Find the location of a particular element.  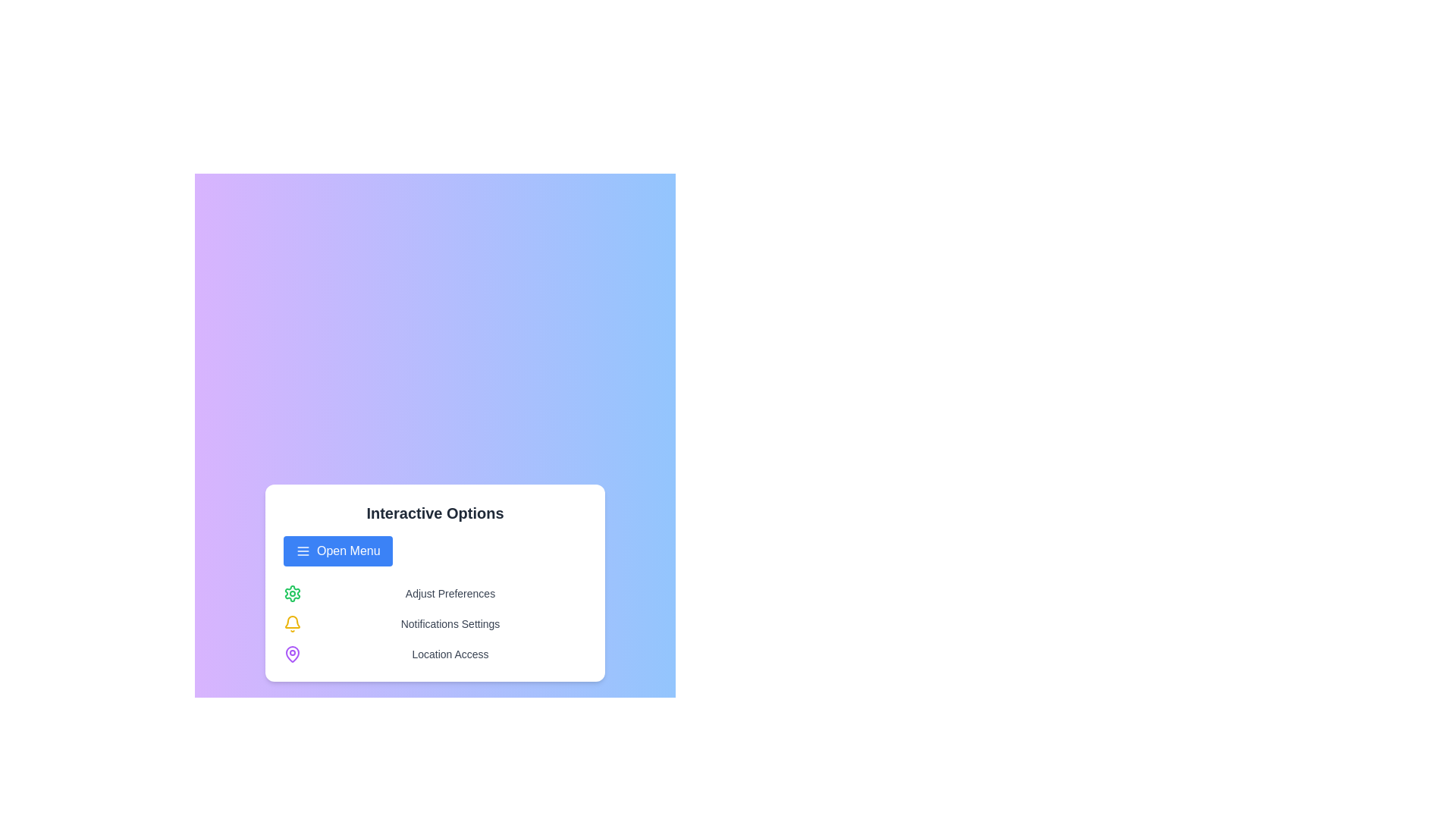

the List item labeled 'Notifications Settings' with a yellow bell icon by tapping on it is located at coordinates (435, 623).